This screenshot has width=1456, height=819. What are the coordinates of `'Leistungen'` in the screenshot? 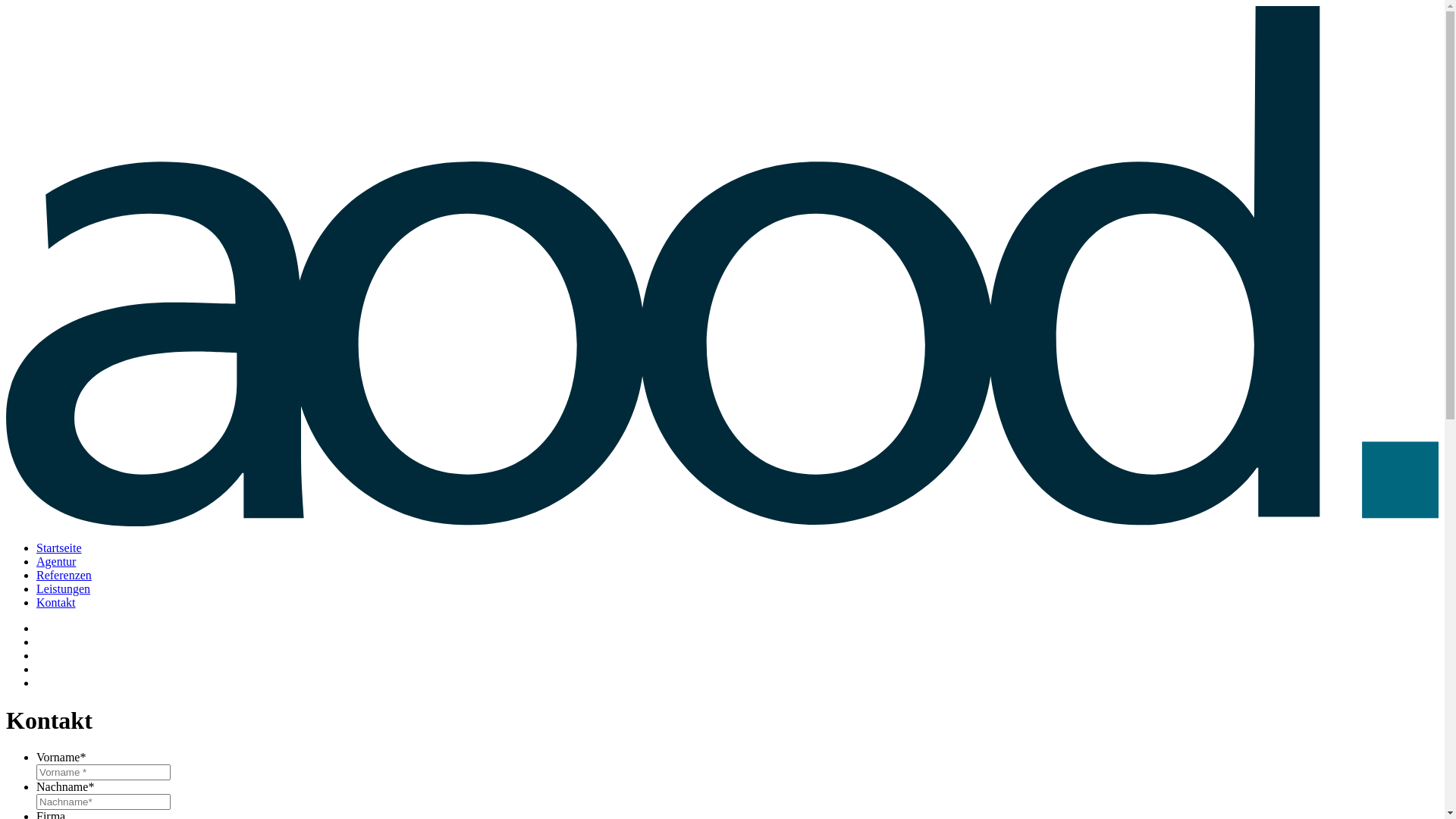 It's located at (62, 588).